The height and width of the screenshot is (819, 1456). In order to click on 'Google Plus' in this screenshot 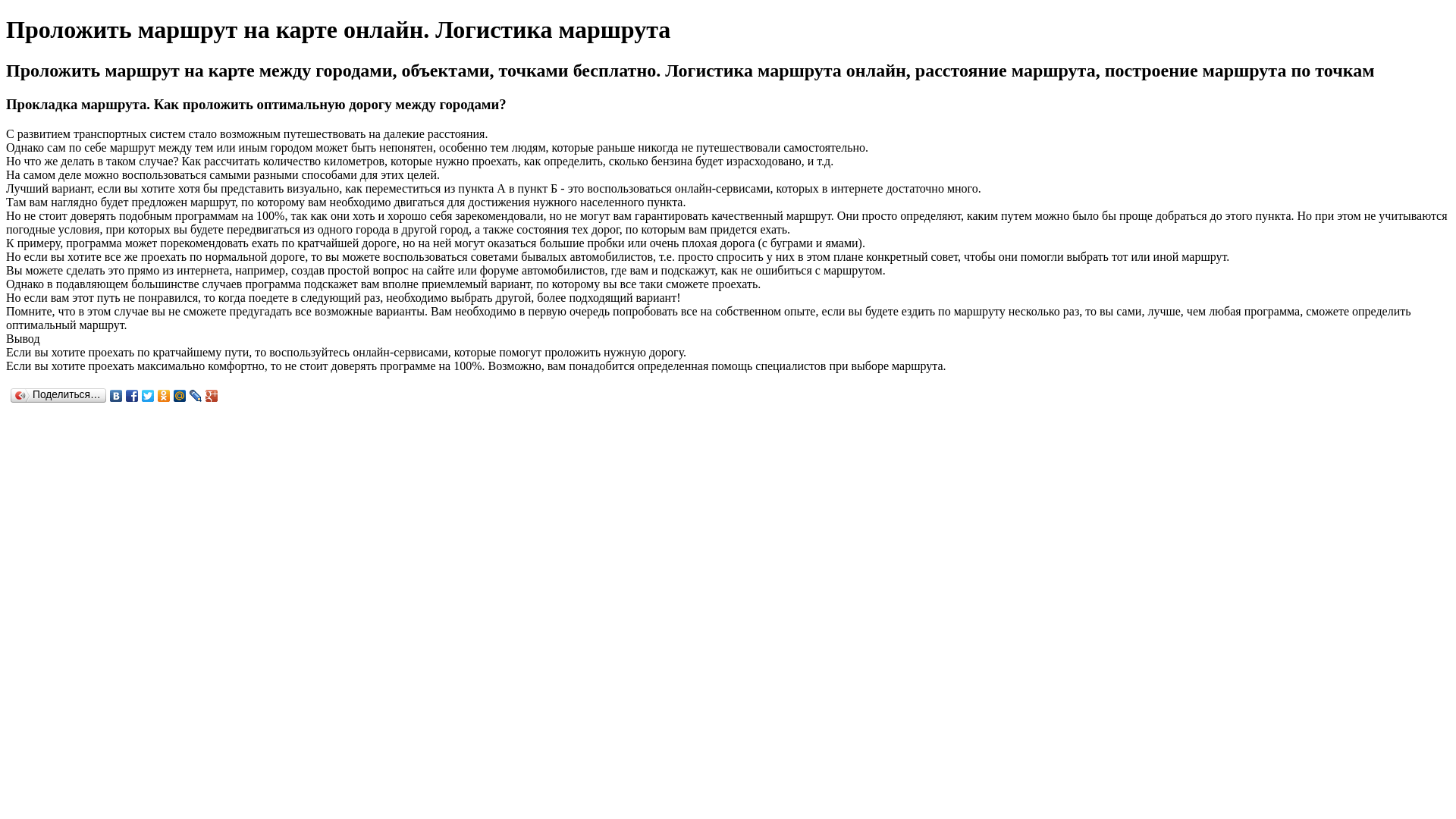, I will do `click(202, 394)`.